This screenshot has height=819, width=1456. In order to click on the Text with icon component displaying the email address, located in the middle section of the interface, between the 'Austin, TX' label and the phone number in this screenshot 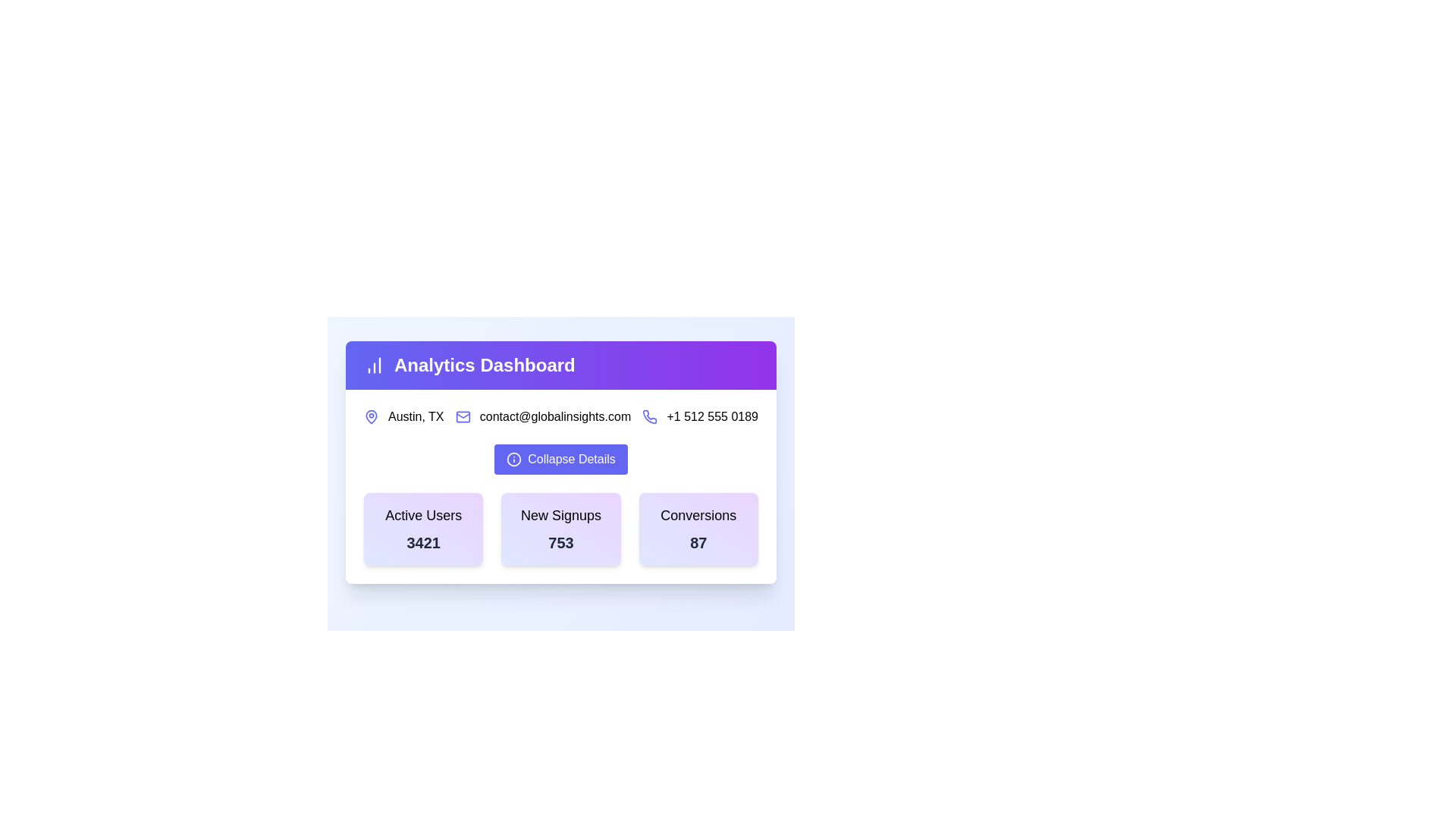, I will do `click(543, 417)`.